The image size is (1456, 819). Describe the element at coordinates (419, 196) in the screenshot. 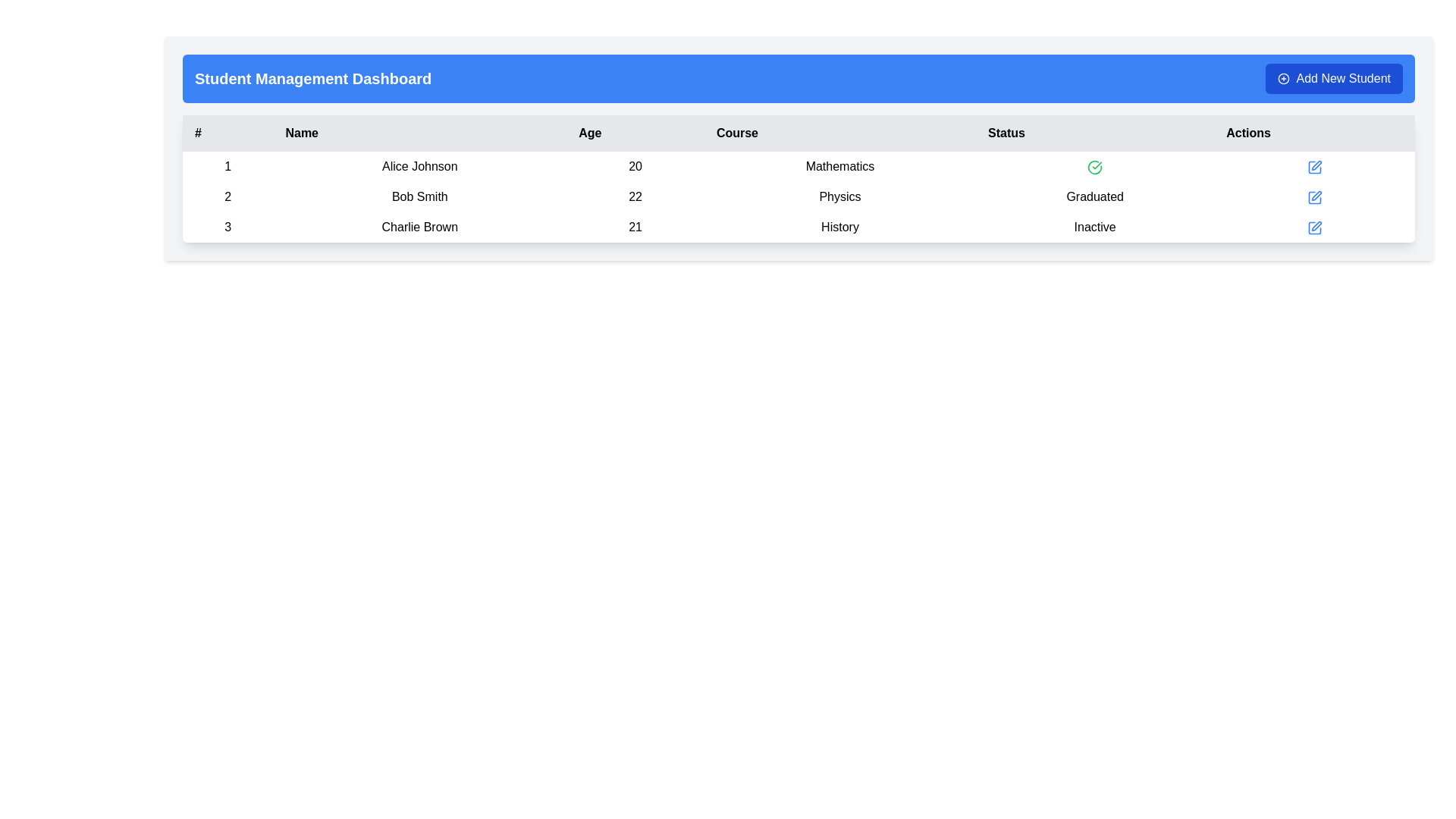

I see `the text label displaying 'Bob Smith' located in the second row of the table under the 'Name' column` at that location.